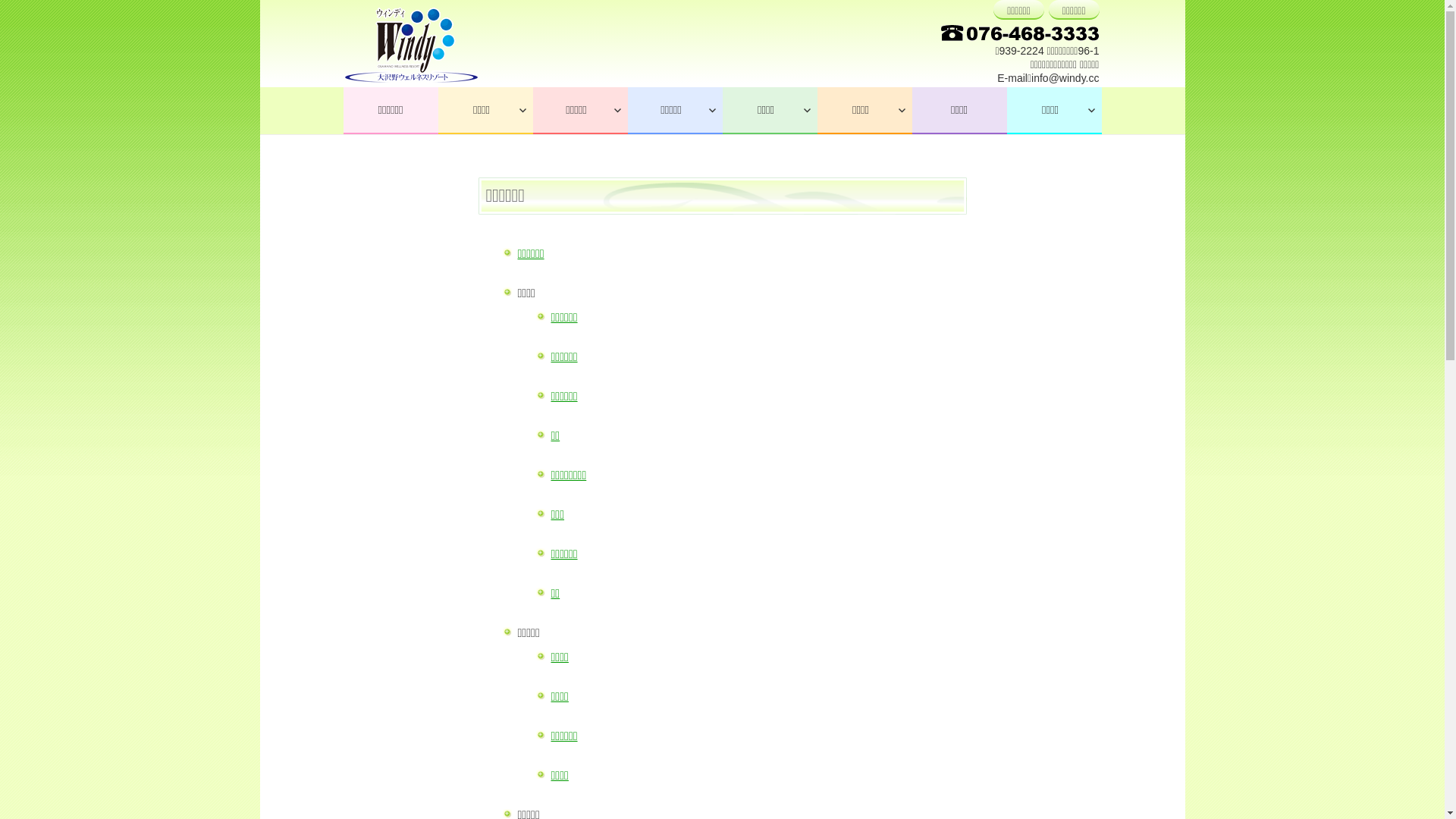 The image size is (1456, 819). Describe the element at coordinates (1064, 78) in the screenshot. I see `'info@windy.cc'` at that location.